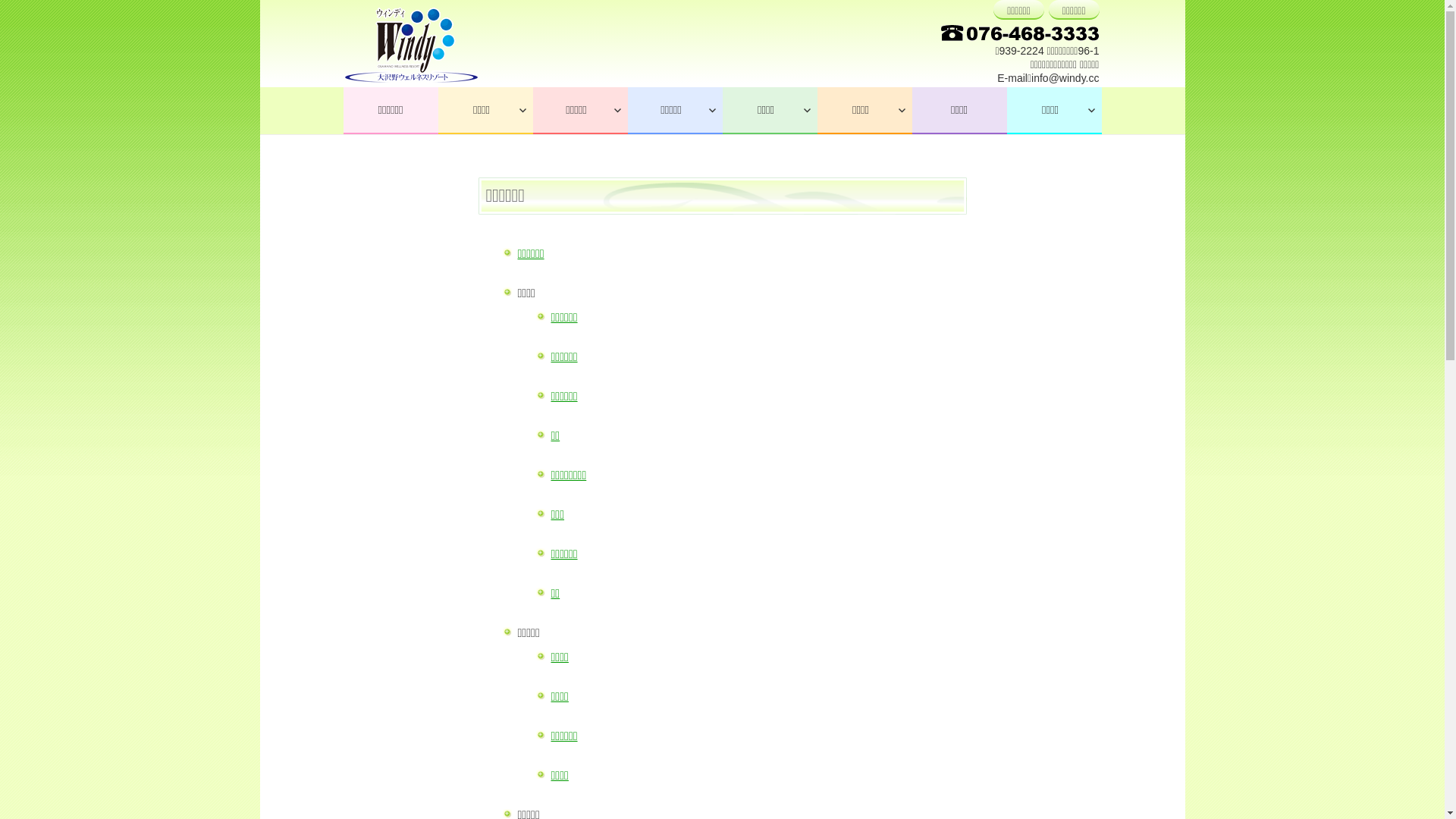 The image size is (1456, 819). Describe the element at coordinates (1064, 78) in the screenshot. I see `'info@windy.cc'` at that location.